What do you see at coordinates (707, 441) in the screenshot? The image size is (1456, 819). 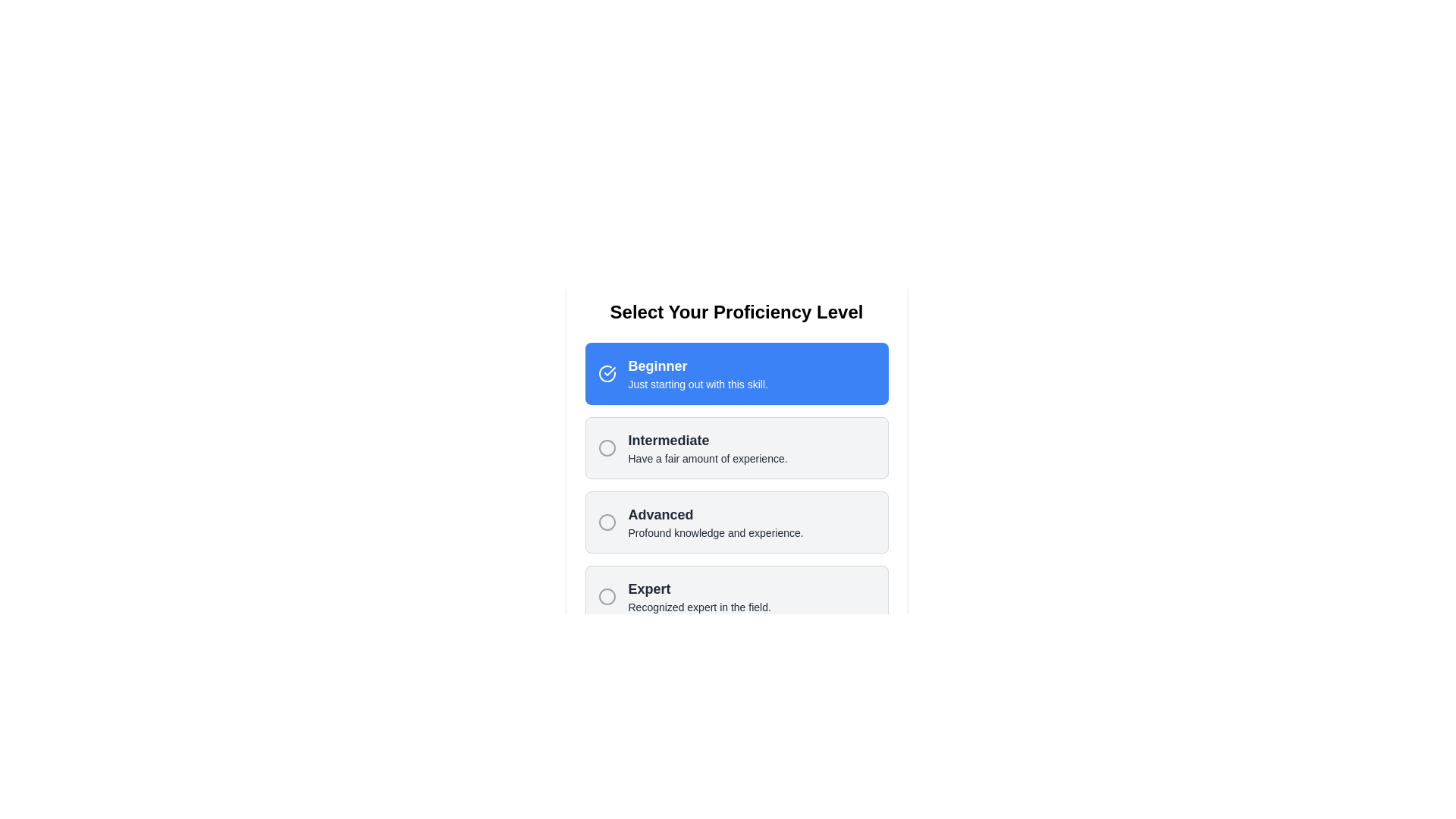 I see `the proficiency level label, which is the bold header of the second option in the 'Select Your Proficiency Level' list` at bounding box center [707, 441].